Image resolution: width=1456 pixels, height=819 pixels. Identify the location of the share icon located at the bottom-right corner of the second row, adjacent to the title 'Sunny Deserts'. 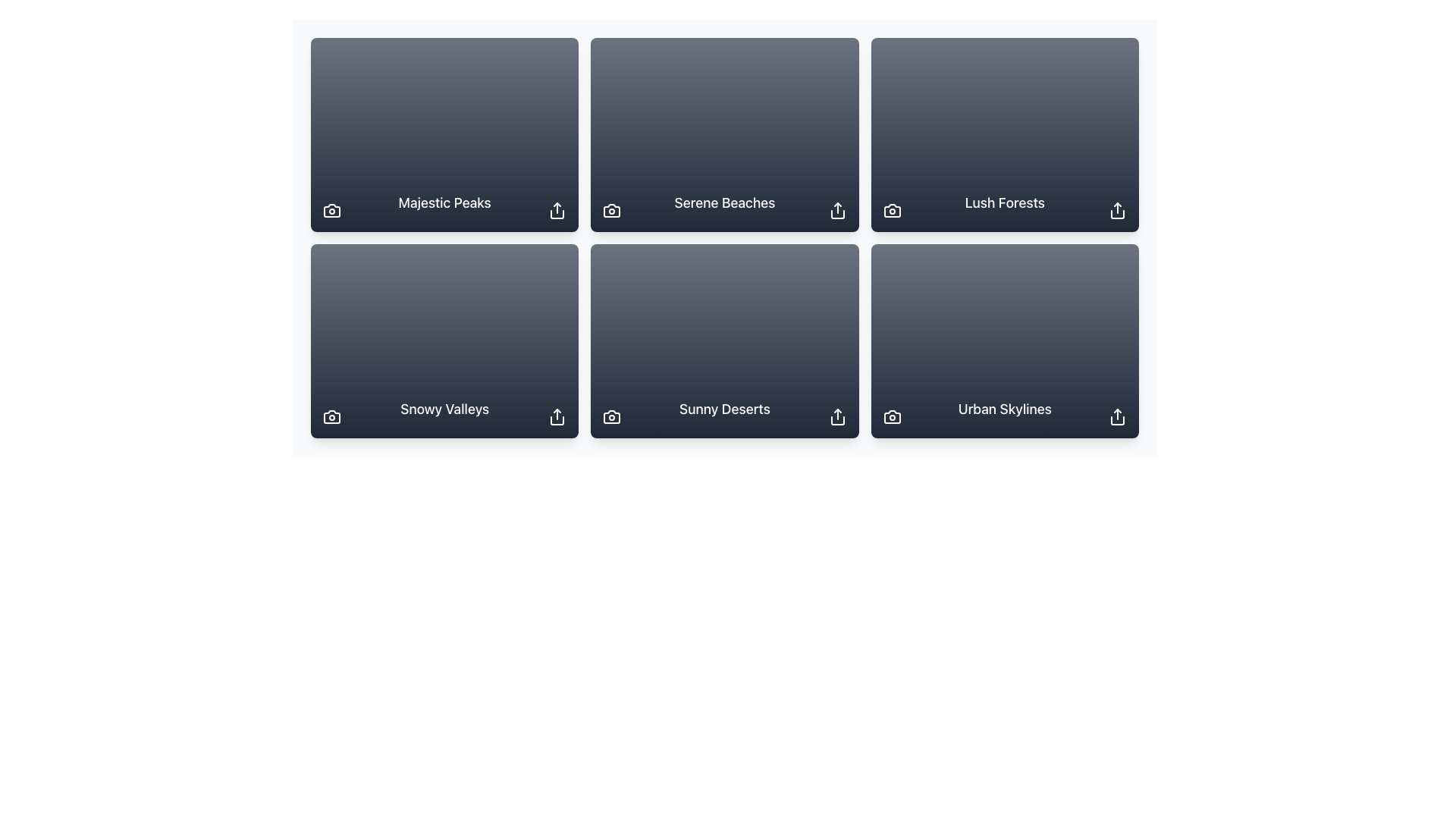
(836, 421).